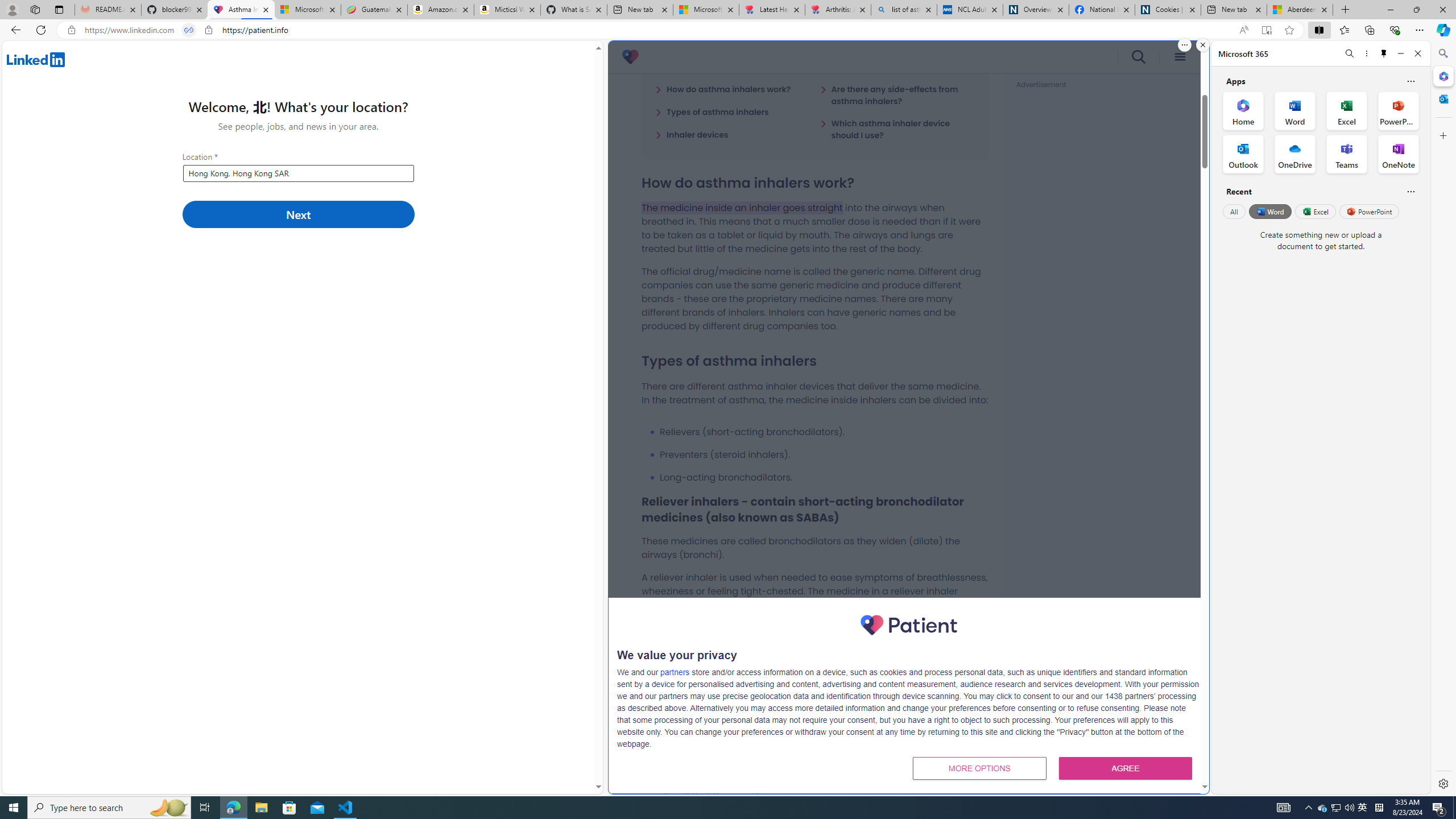 This screenshot has width=1456, height=819. I want to click on 'MORE OPTIONS', so click(979, 767).